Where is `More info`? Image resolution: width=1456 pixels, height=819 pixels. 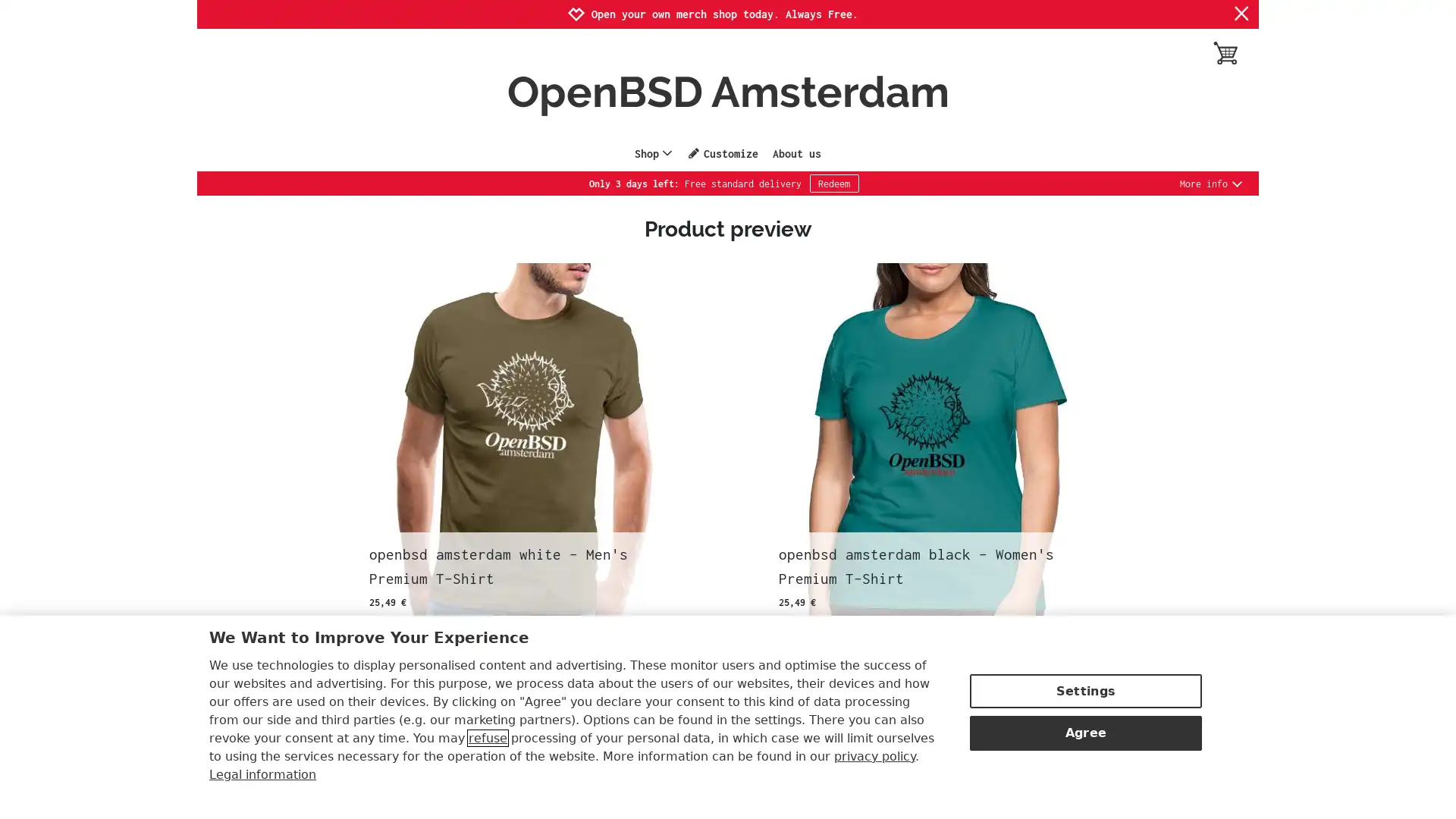
More info is located at coordinates (1211, 183).